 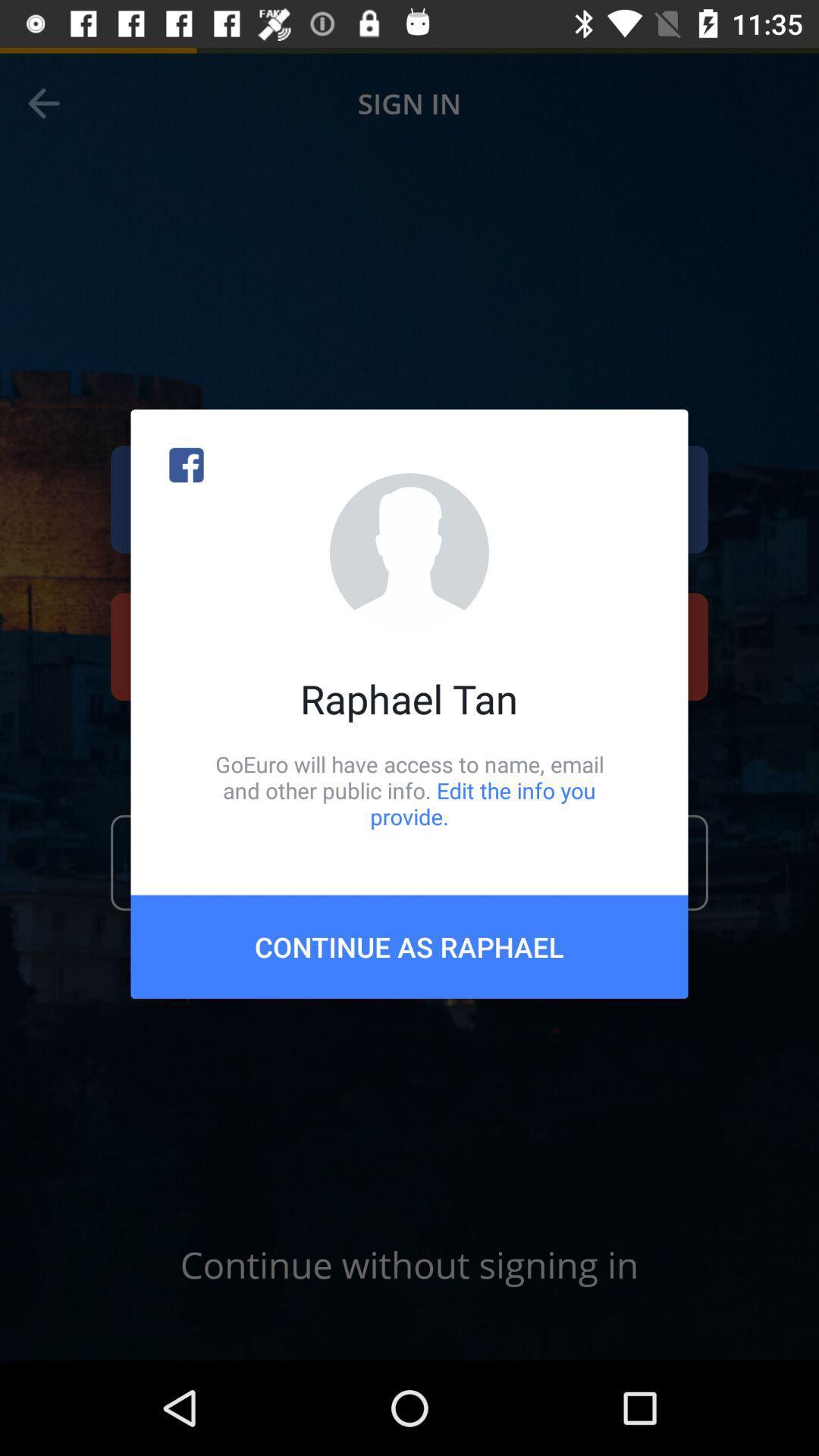 What do you see at coordinates (409, 789) in the screenshot?
I see `the goeuro will have item` at bounding box center [409, 789].